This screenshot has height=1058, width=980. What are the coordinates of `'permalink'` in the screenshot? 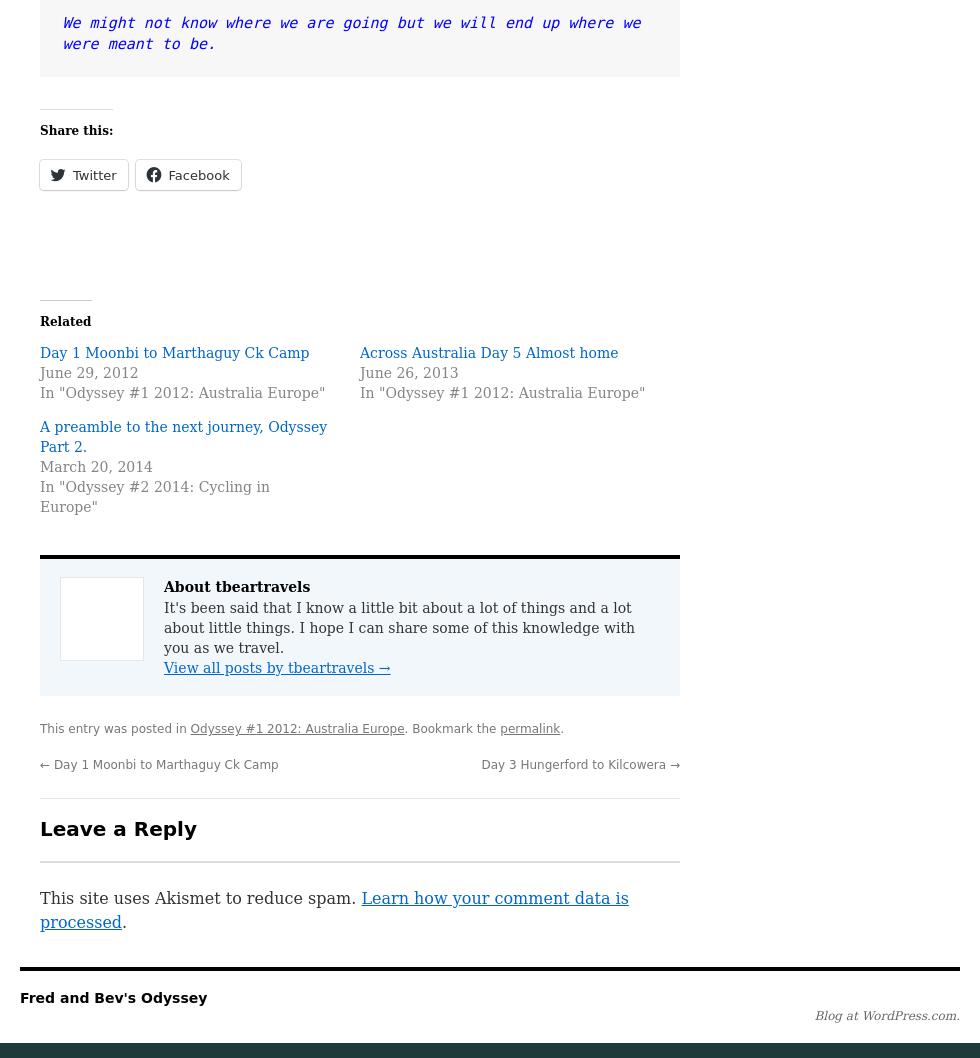 It's located at (529, 728).